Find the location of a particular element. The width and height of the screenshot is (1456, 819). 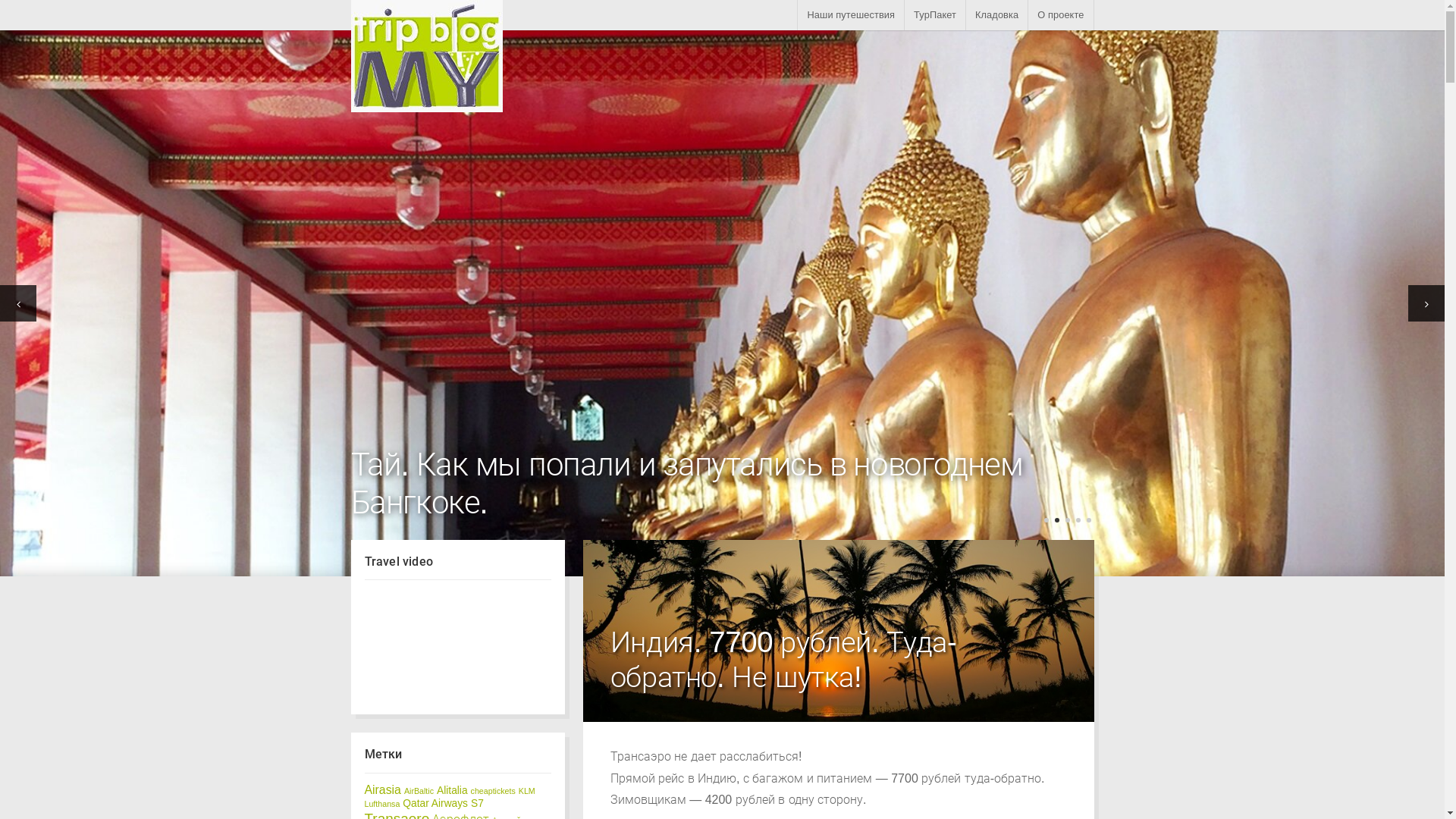

'KLM' is located at coordinates (519, 789).